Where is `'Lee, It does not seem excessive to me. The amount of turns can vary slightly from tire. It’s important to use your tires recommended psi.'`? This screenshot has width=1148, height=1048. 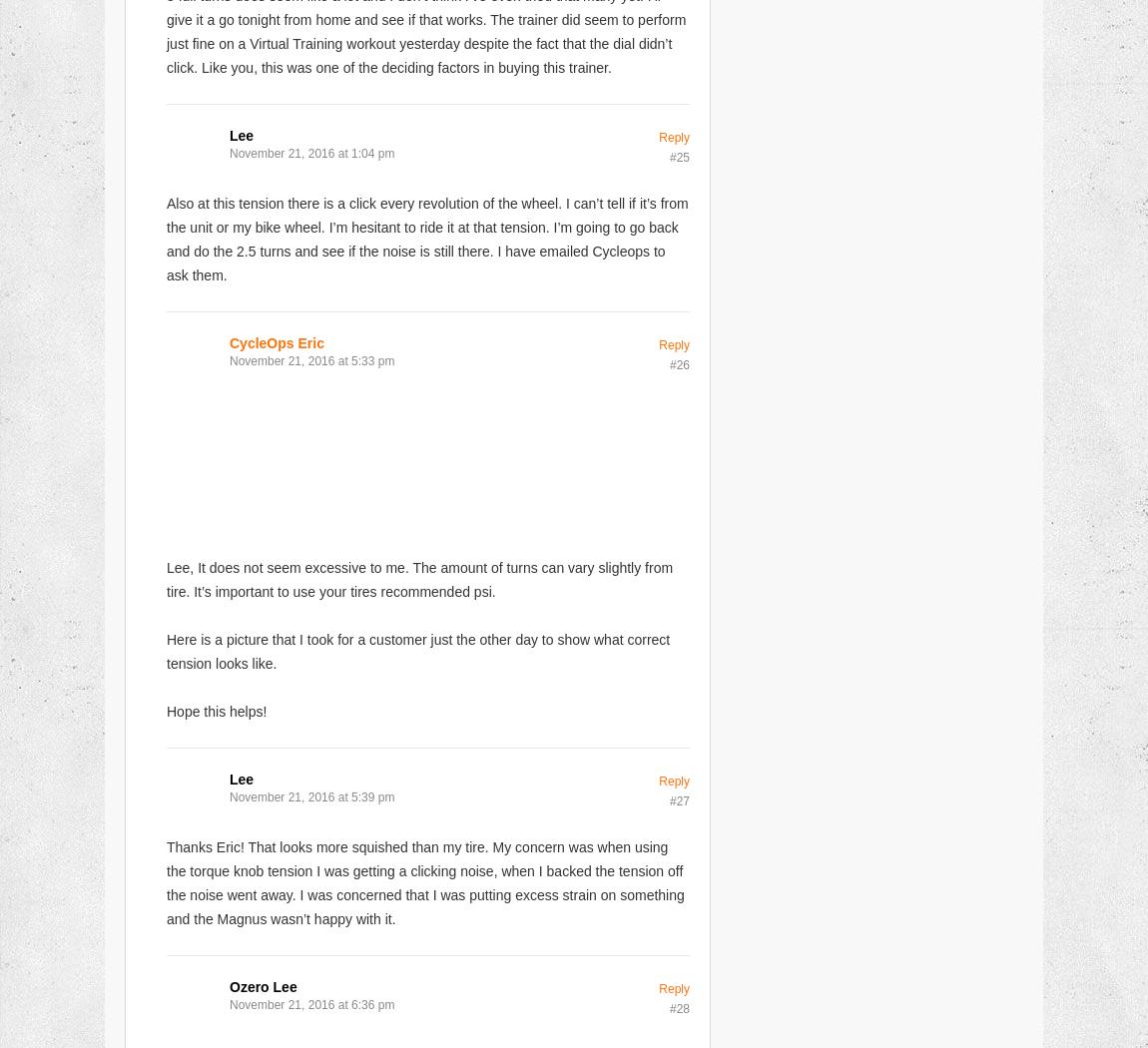 'Lee, It does not seem excessive to me. The amount of turns can vary slightly from tire. It’s important to use your tires recommended psi.' is located at coordinates (419, 578).